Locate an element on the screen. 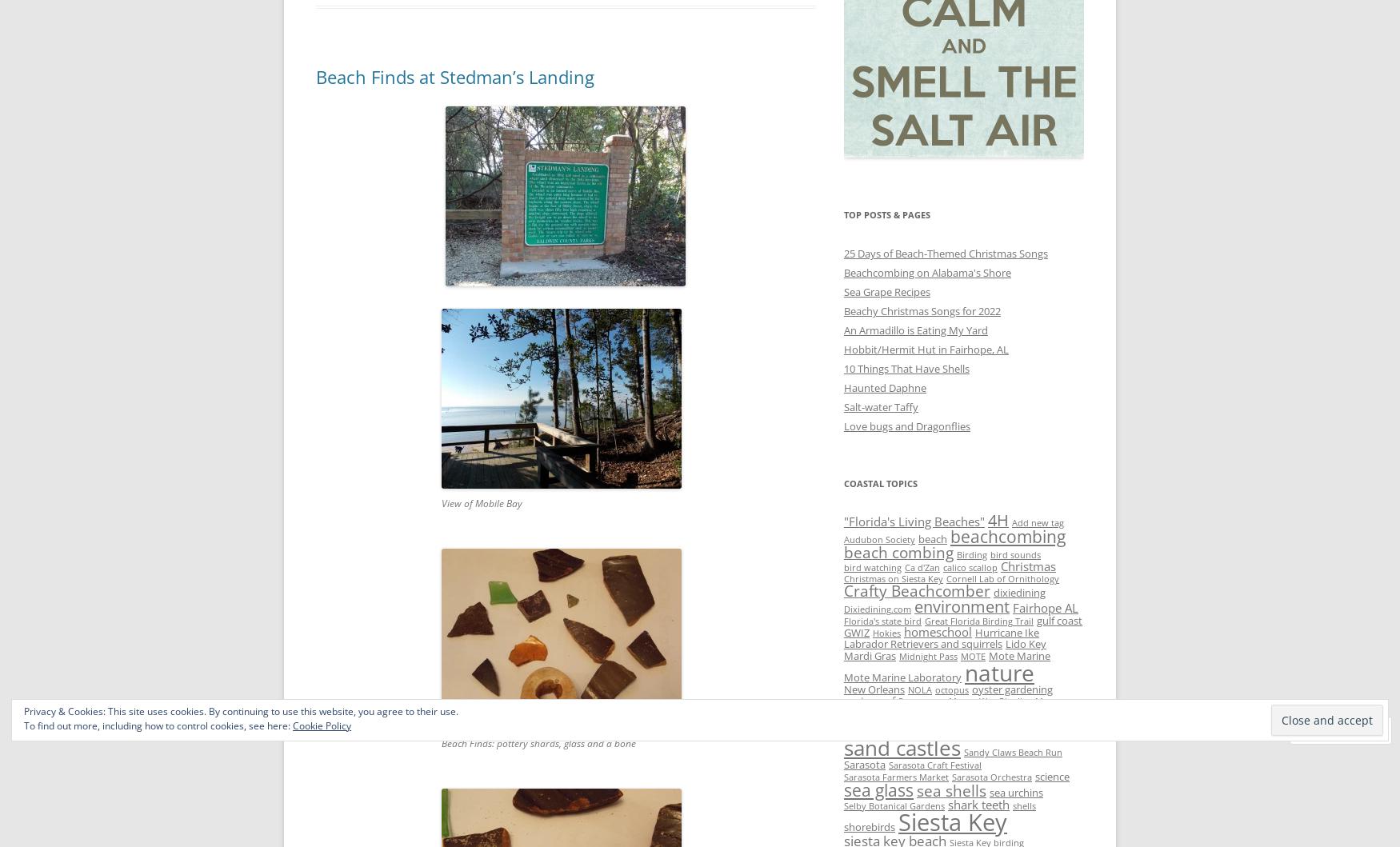  'environment' is located at coordinates (913, 605).